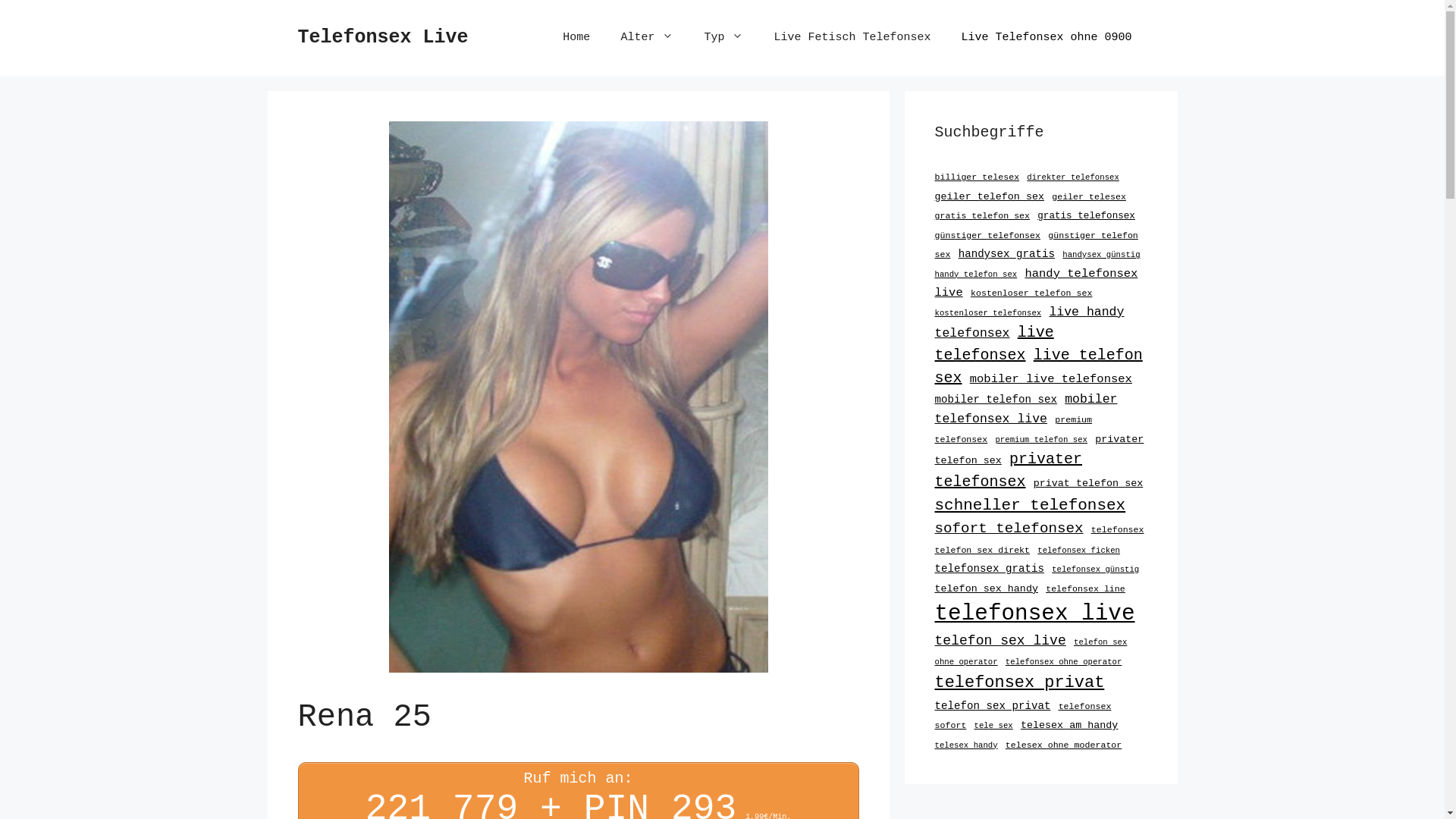 The height and width of the screenshot is (819, 1456). I want to click on 'mobiler live telefonsex', so click(968, 378).